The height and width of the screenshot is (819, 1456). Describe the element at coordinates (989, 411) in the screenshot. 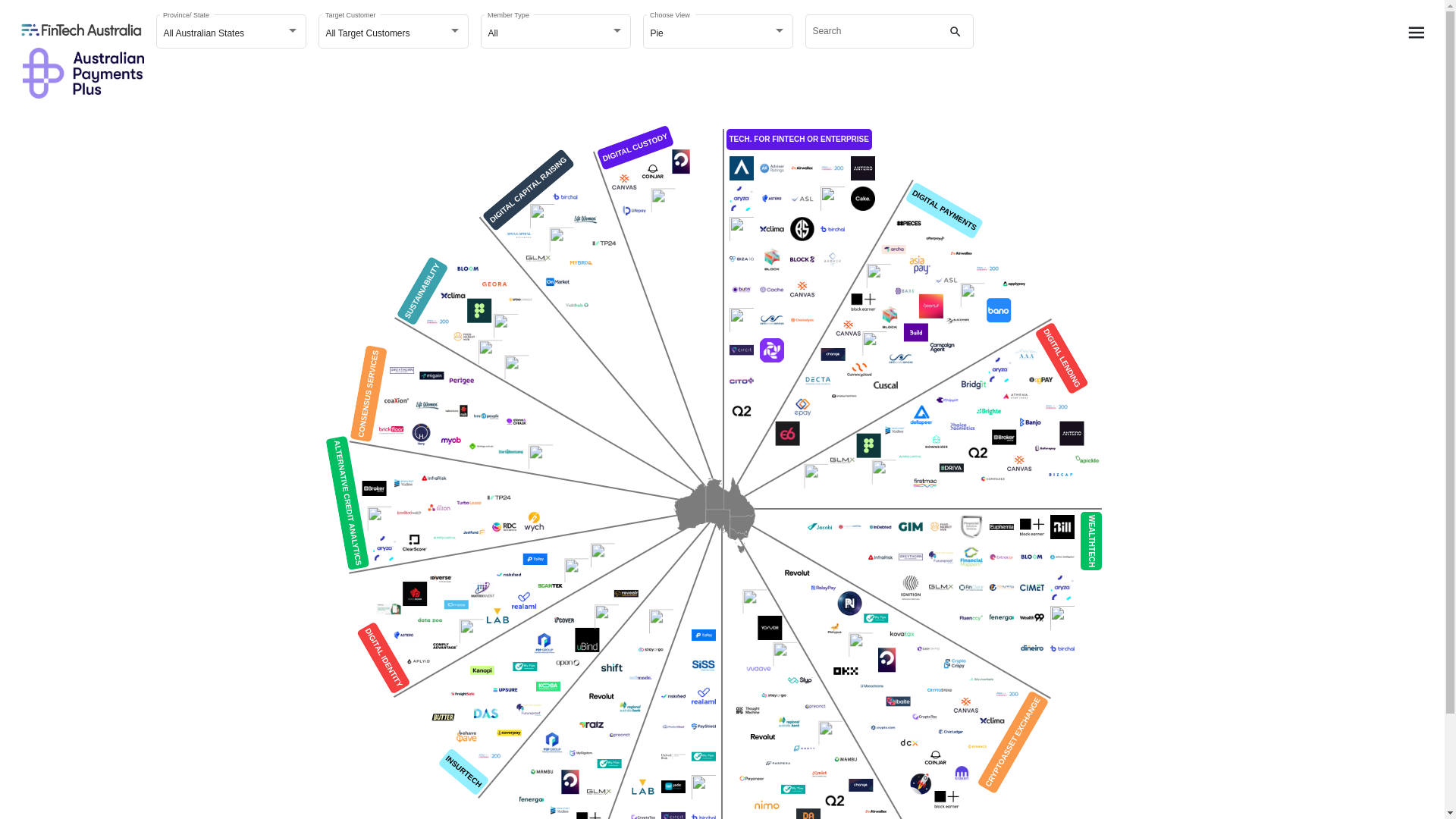

I see `'Brighte'` at that location.